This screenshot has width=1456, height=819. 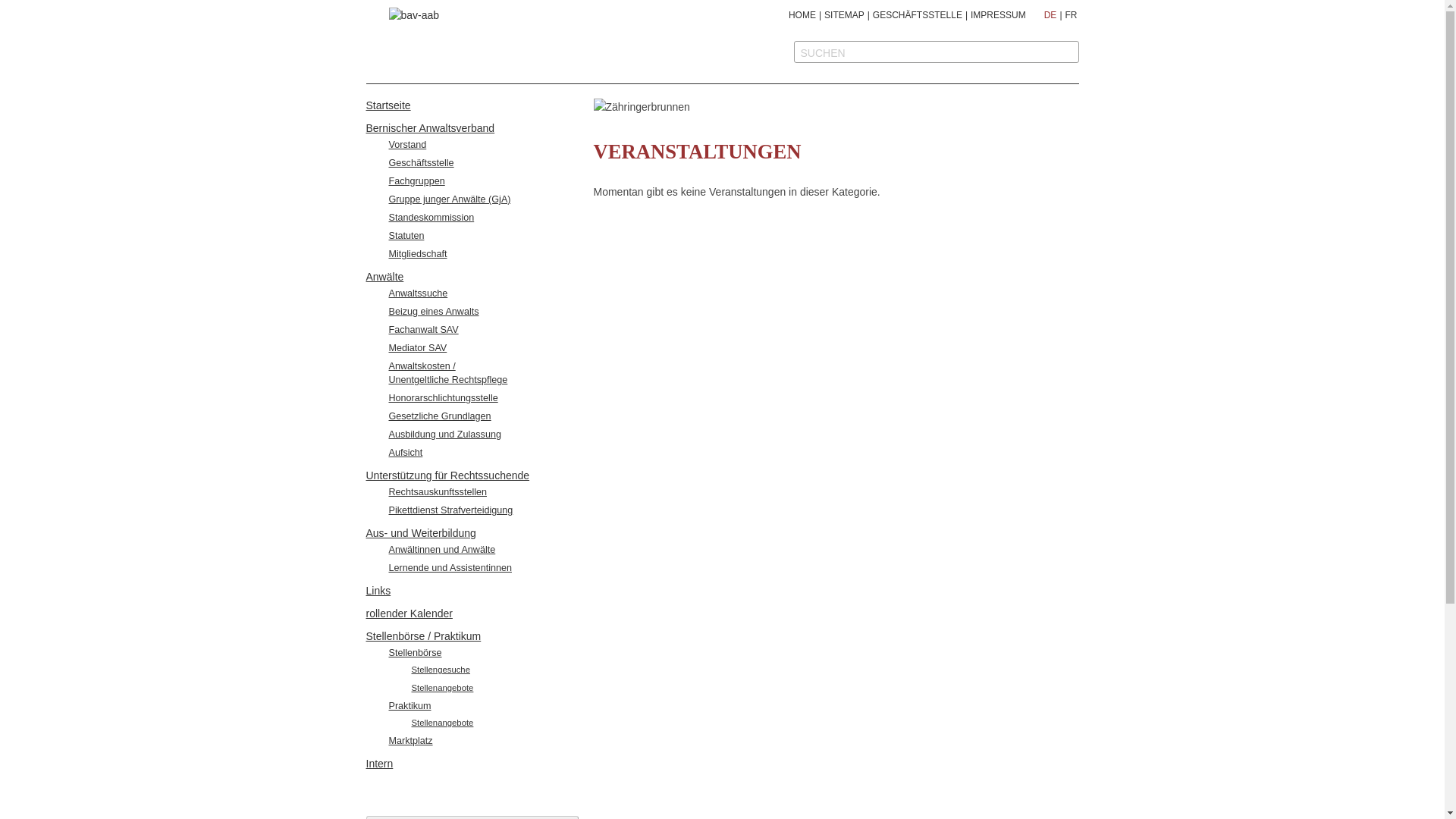 What do you see at coordinates (438, 416) in the screenshot?
I see `'Gesetzliche Grundlagen'` at bounding box center [438, 416].